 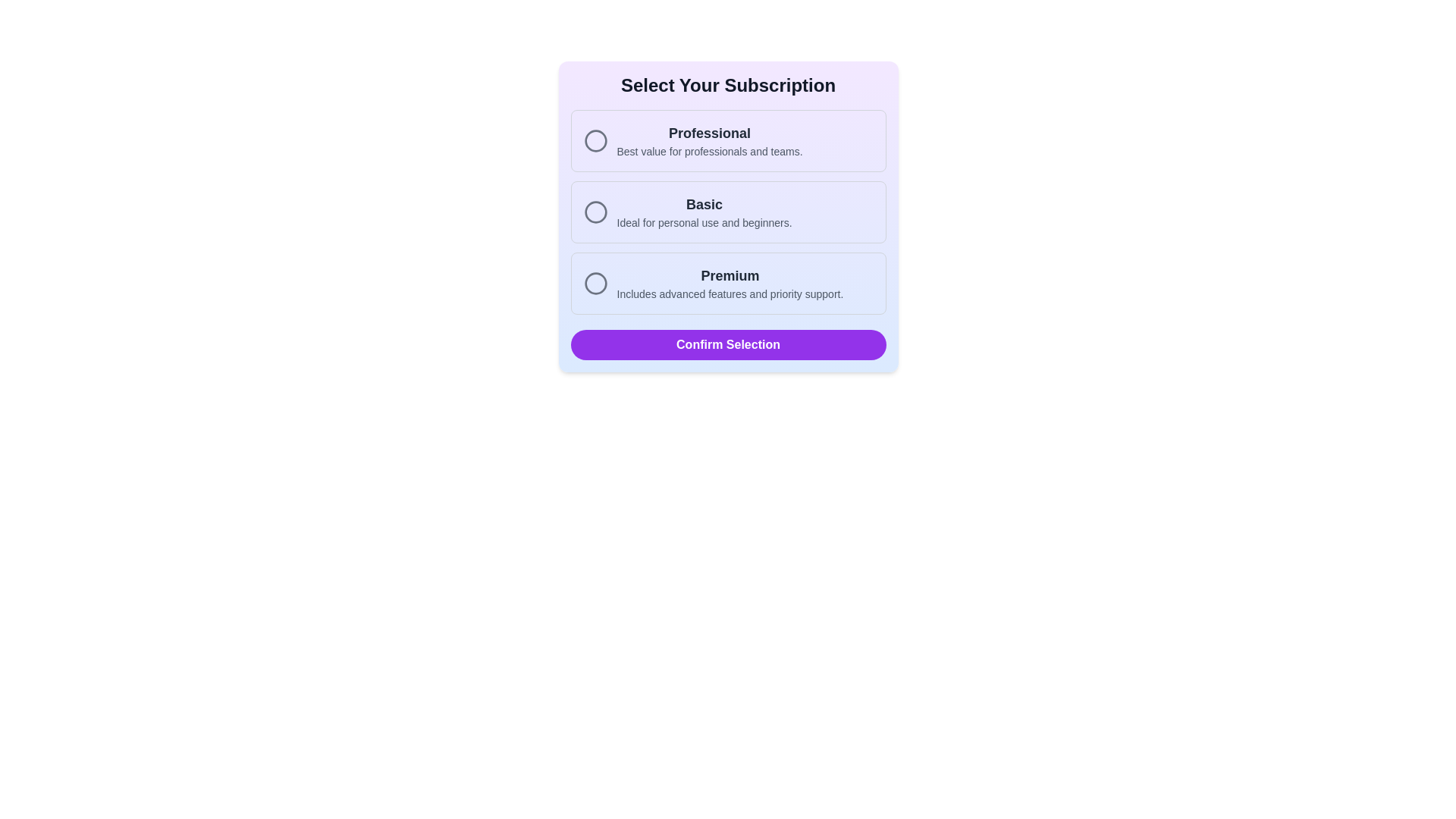 I want to click on the 'Professional' subscription option label, which provides details about this subscription tier, located in the second row of the subscription options list, so click(x=709, y=140).